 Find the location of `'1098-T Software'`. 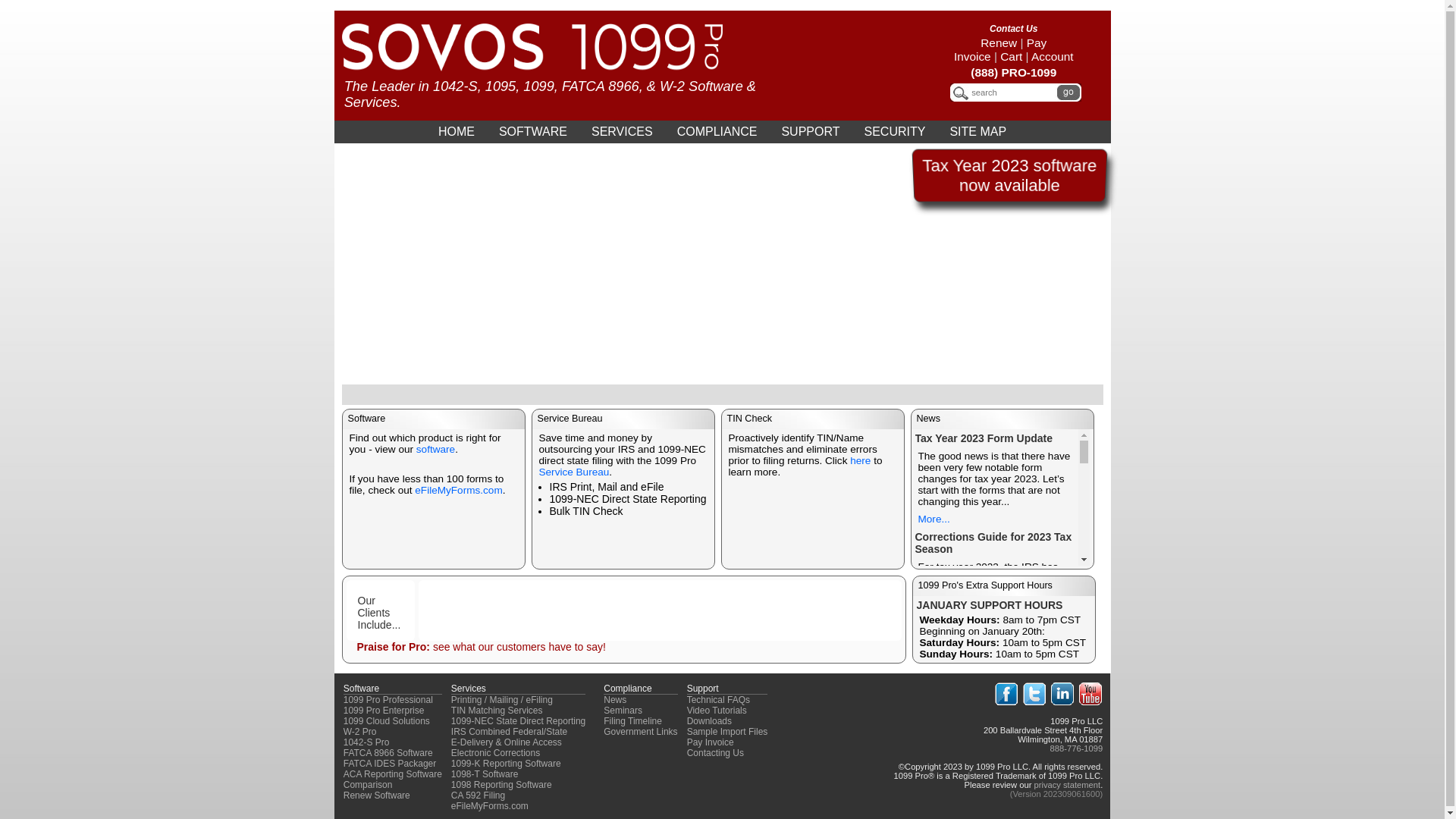

'1098-T Software' is located at coordinates (450, 774).